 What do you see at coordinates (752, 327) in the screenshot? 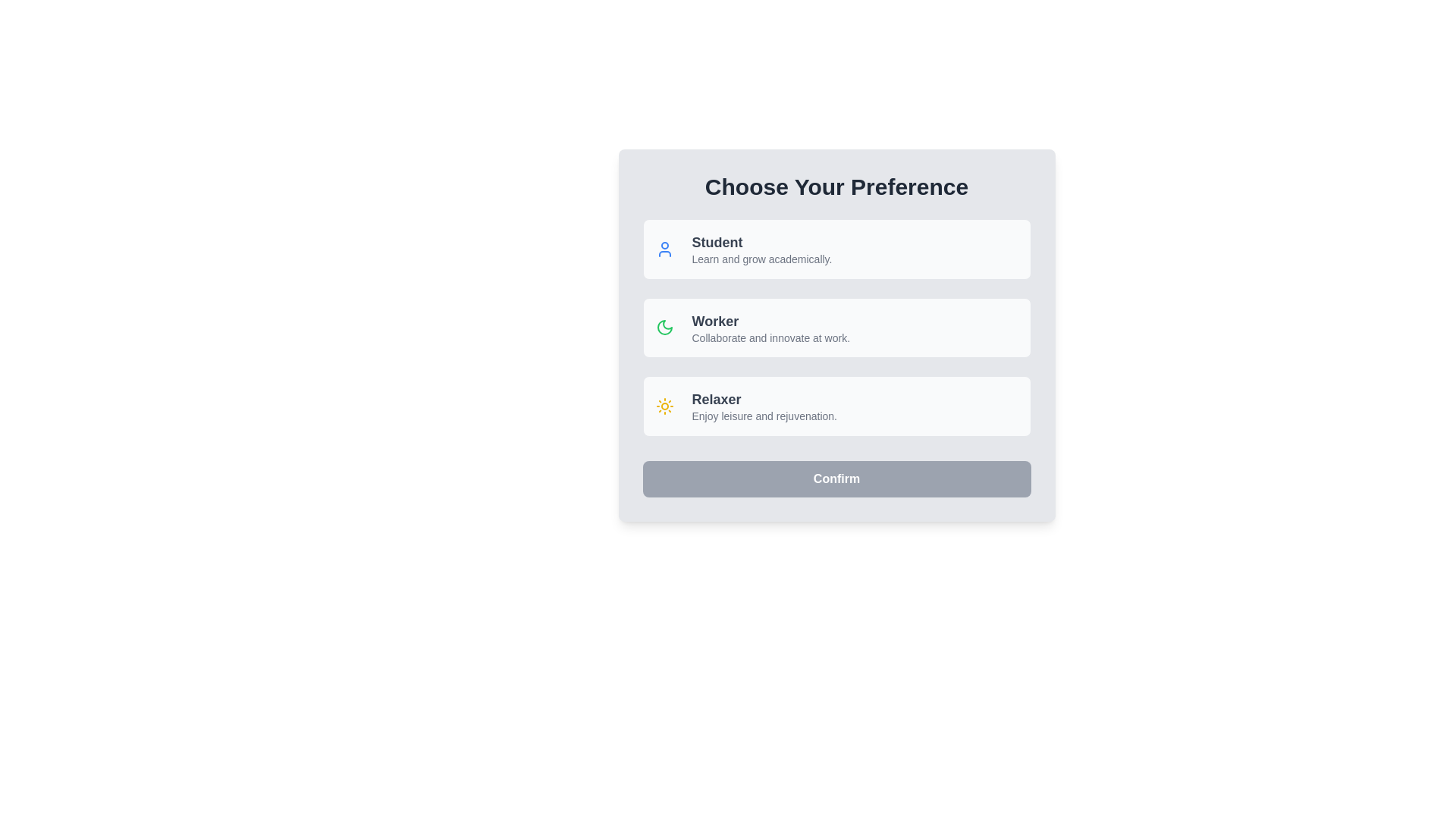
I see `the 'Worker' category label with its icon and description text in the user preference selection interface` at bounding box center [752, 327].